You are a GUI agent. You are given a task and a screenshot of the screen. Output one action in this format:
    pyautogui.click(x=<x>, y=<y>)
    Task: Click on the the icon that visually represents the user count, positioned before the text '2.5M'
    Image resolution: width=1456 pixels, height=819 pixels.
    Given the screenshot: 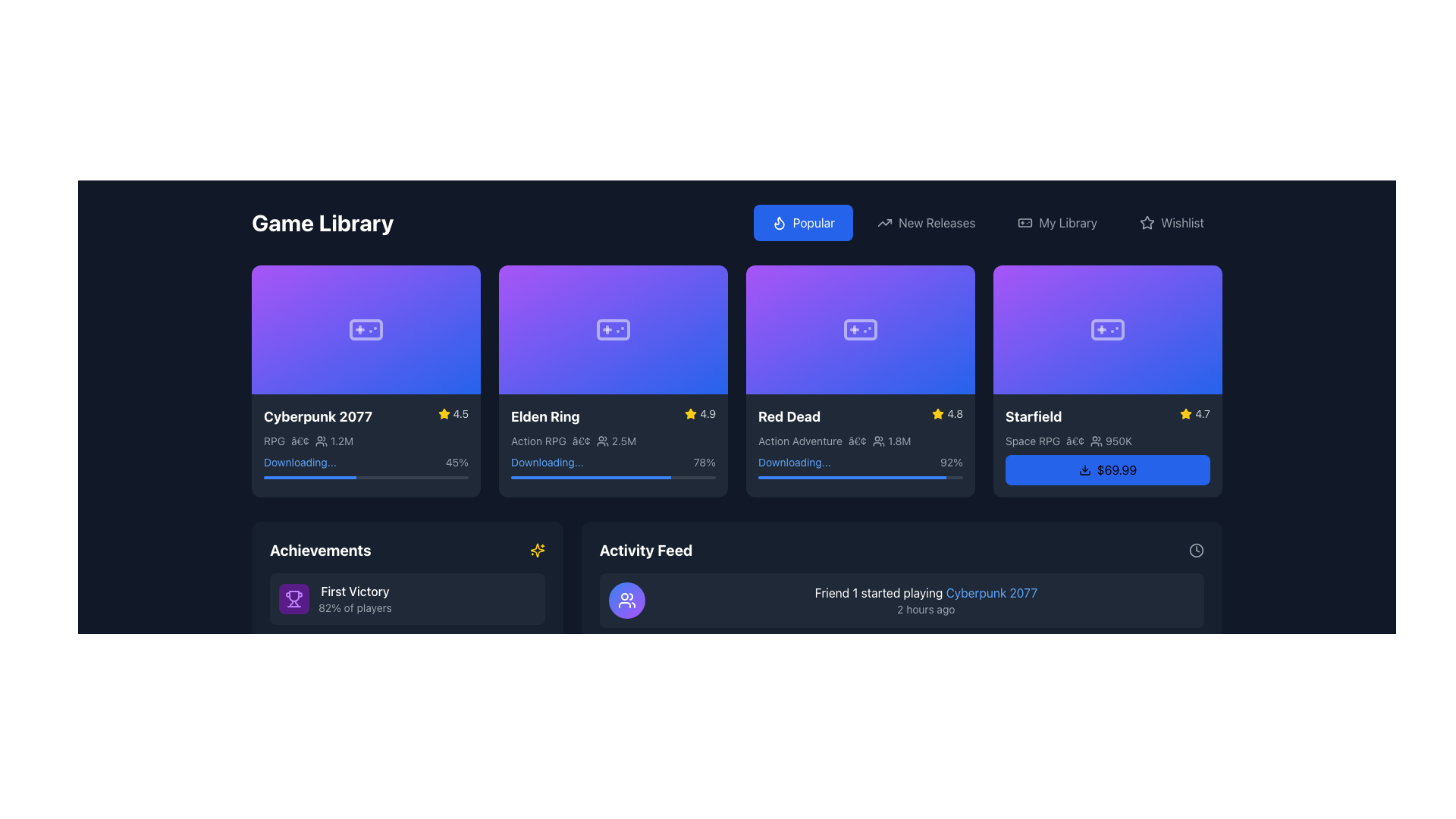 What is the action you would take?
    pyautogui.click(x=601, y=441)
    